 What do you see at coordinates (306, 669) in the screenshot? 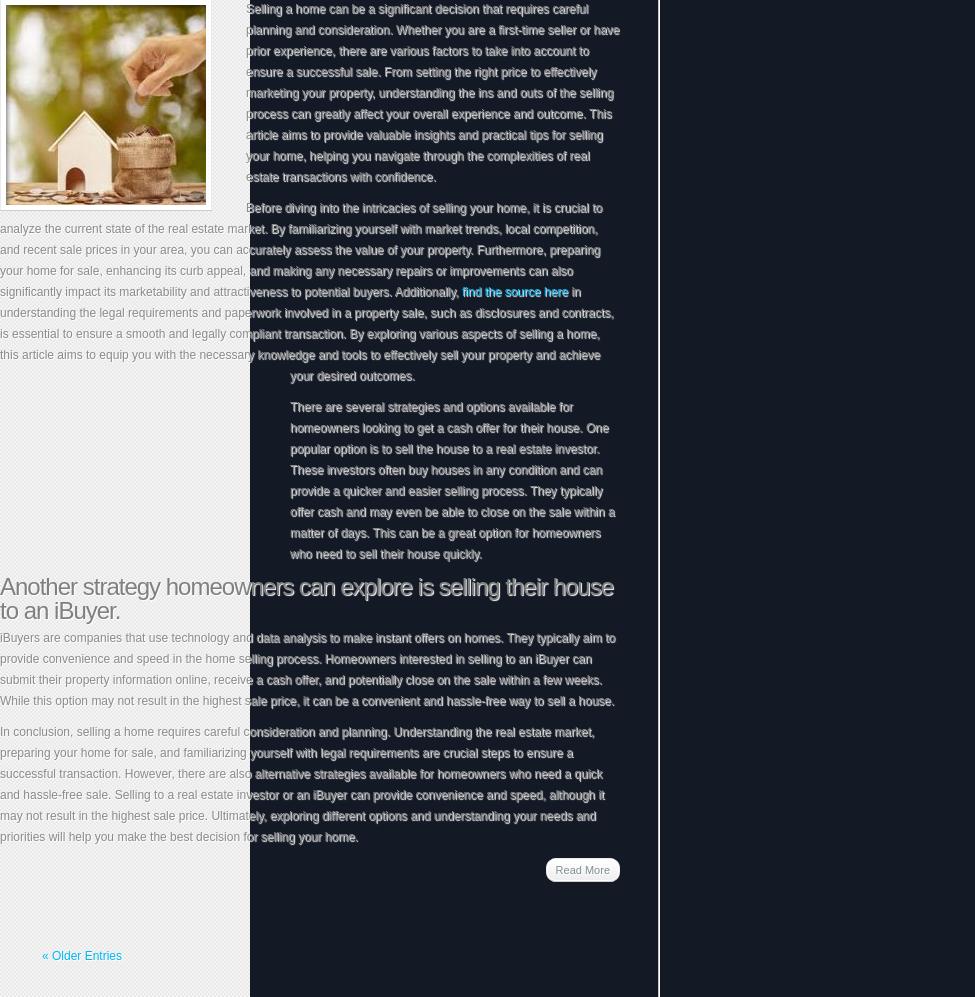
I see `'iBuyers are companies that use technology and data analysis to make instant offers on homes. They typically aim to provide convenience and speed in the home selling process. Homeowners interested in selling to an iBuyer can submit their property information online, receive a cash offer, and potentially close on the sale within a few weeks. While this option may not result in the highest sale price, it can be a convenient and hassle-free way to sell a house.'` at bounding box center [306, 669].